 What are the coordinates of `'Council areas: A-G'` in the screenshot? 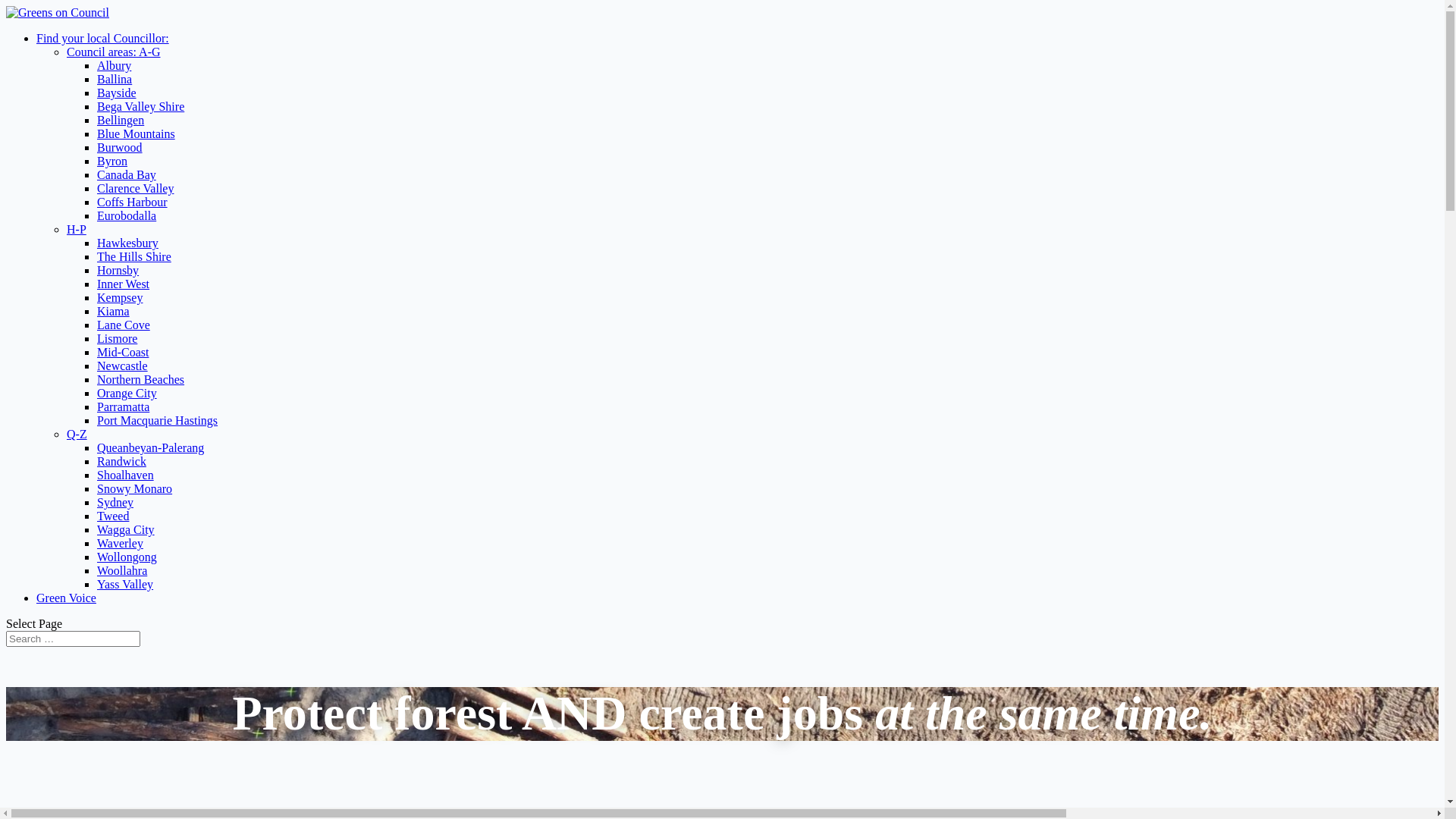 It's located at (112, 51).